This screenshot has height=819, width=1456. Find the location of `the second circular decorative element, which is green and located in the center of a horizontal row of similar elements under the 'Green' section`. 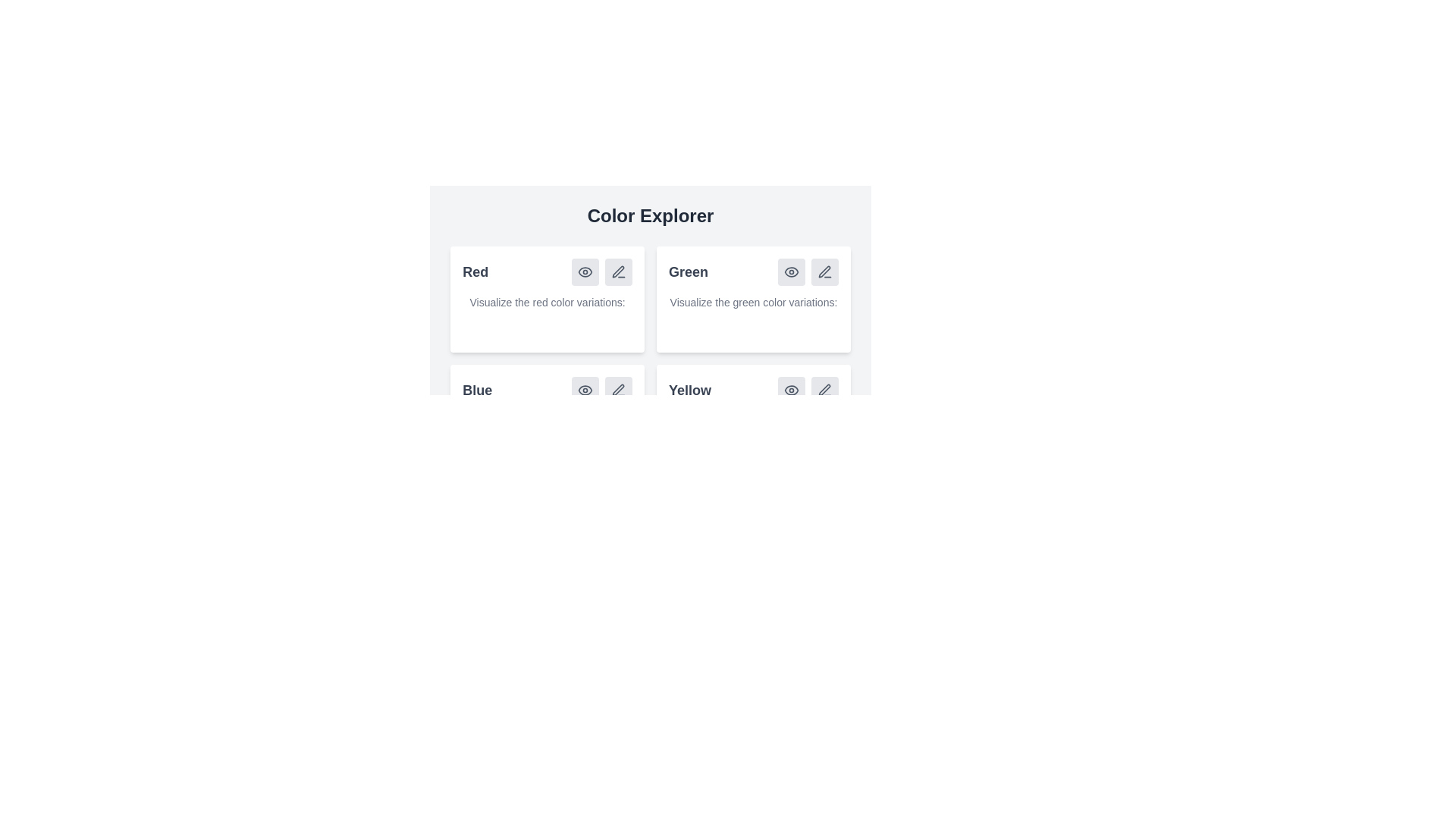

the second circular decorative element, which is green and located in the center of a horizontal row of similar elements under the 'Green' section is located at coordinates (710, 327).